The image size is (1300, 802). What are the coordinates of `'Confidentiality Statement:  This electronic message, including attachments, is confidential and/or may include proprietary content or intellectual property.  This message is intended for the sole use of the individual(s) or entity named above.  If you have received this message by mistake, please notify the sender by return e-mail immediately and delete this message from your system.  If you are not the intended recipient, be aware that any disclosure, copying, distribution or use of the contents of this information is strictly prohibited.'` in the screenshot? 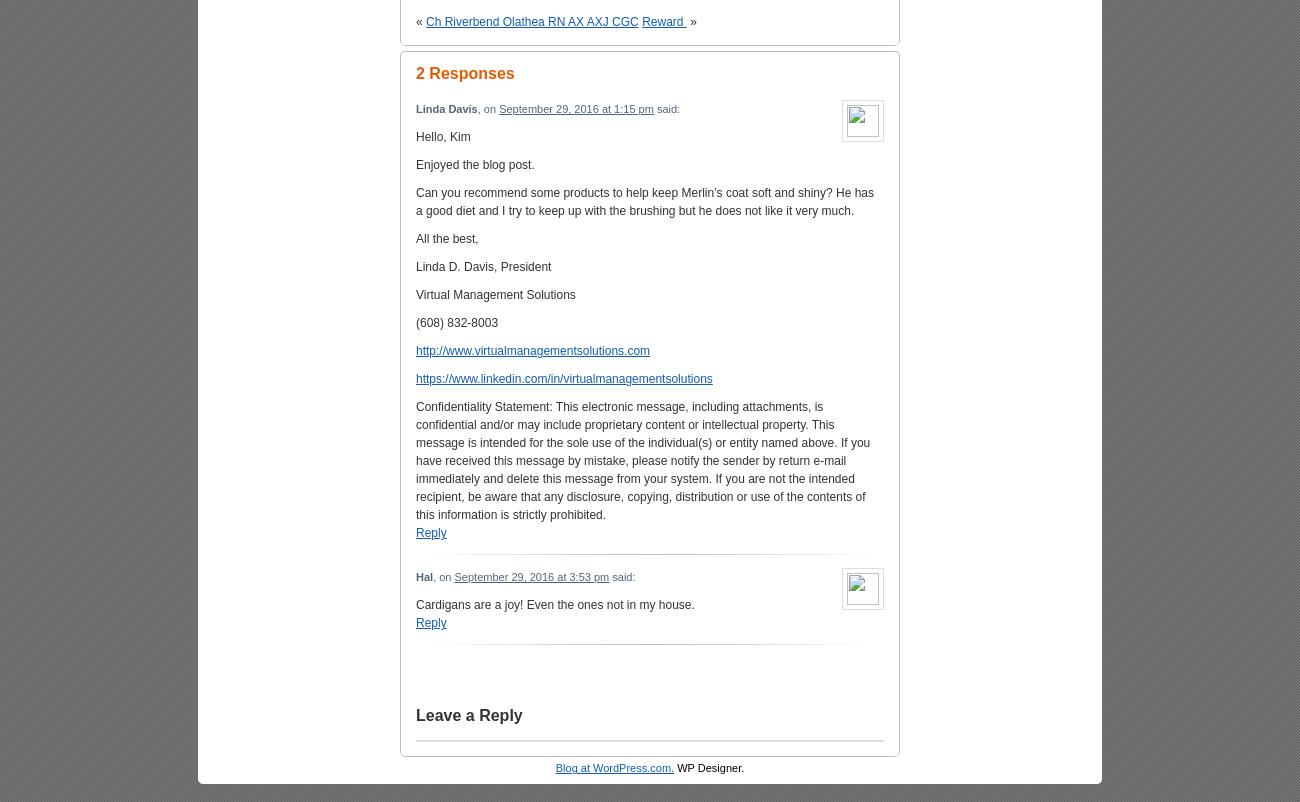 It's located at (642, 459).